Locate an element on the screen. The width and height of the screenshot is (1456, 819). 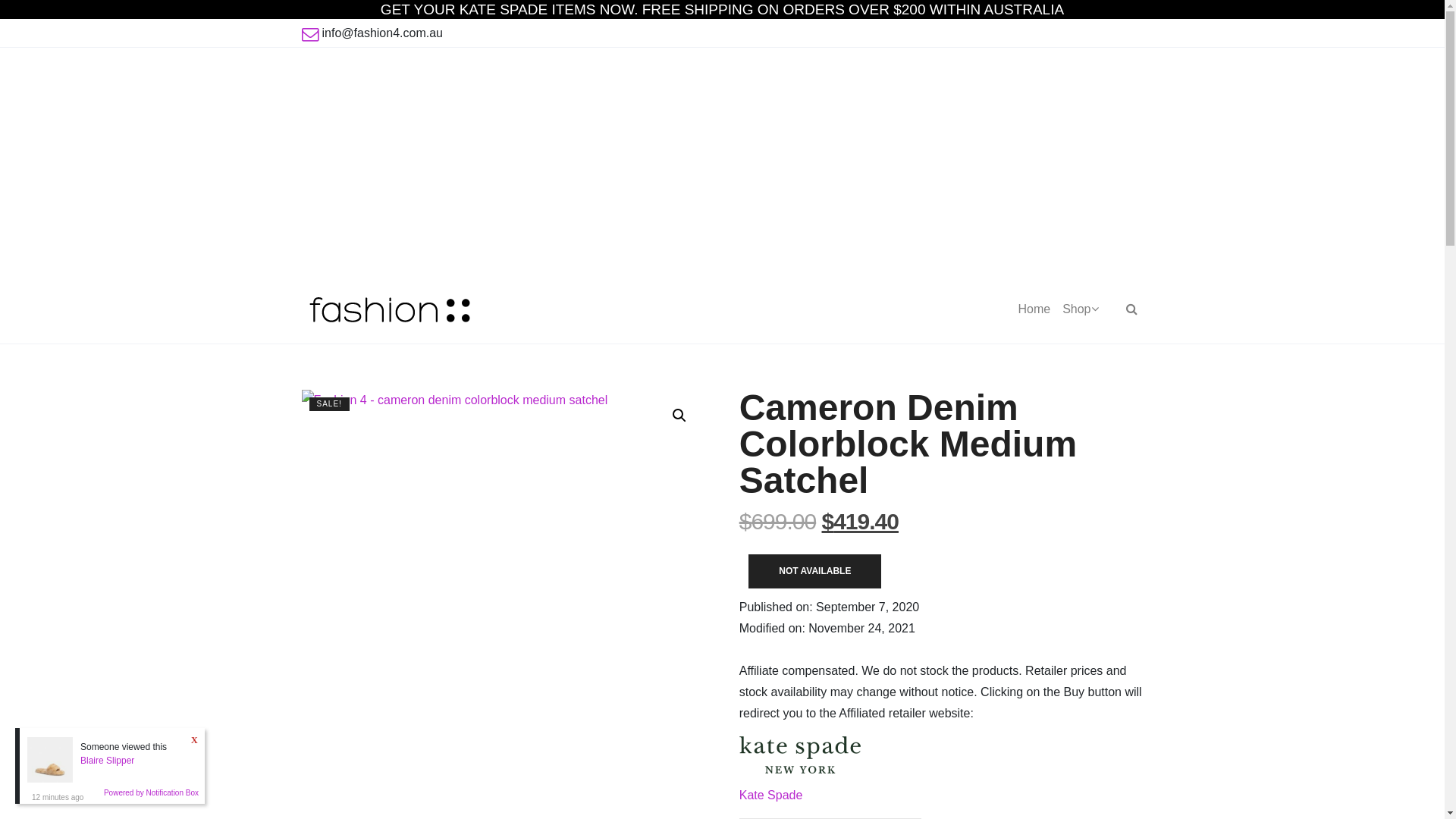
'X' is located at coordinates (194, 739).